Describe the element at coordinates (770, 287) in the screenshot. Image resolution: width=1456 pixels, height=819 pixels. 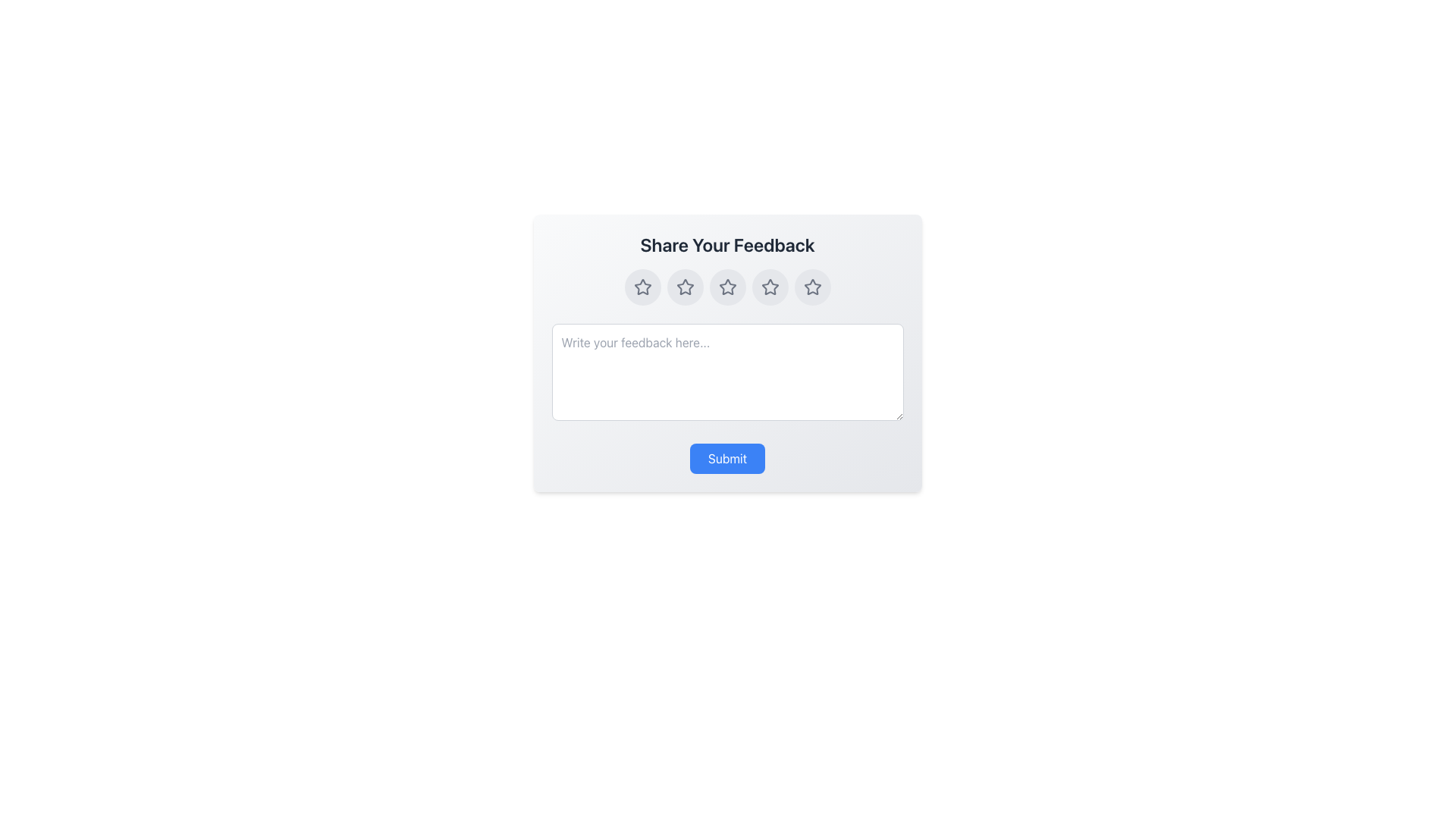
I see `the fourth star icon in the feedback popup` at that location.